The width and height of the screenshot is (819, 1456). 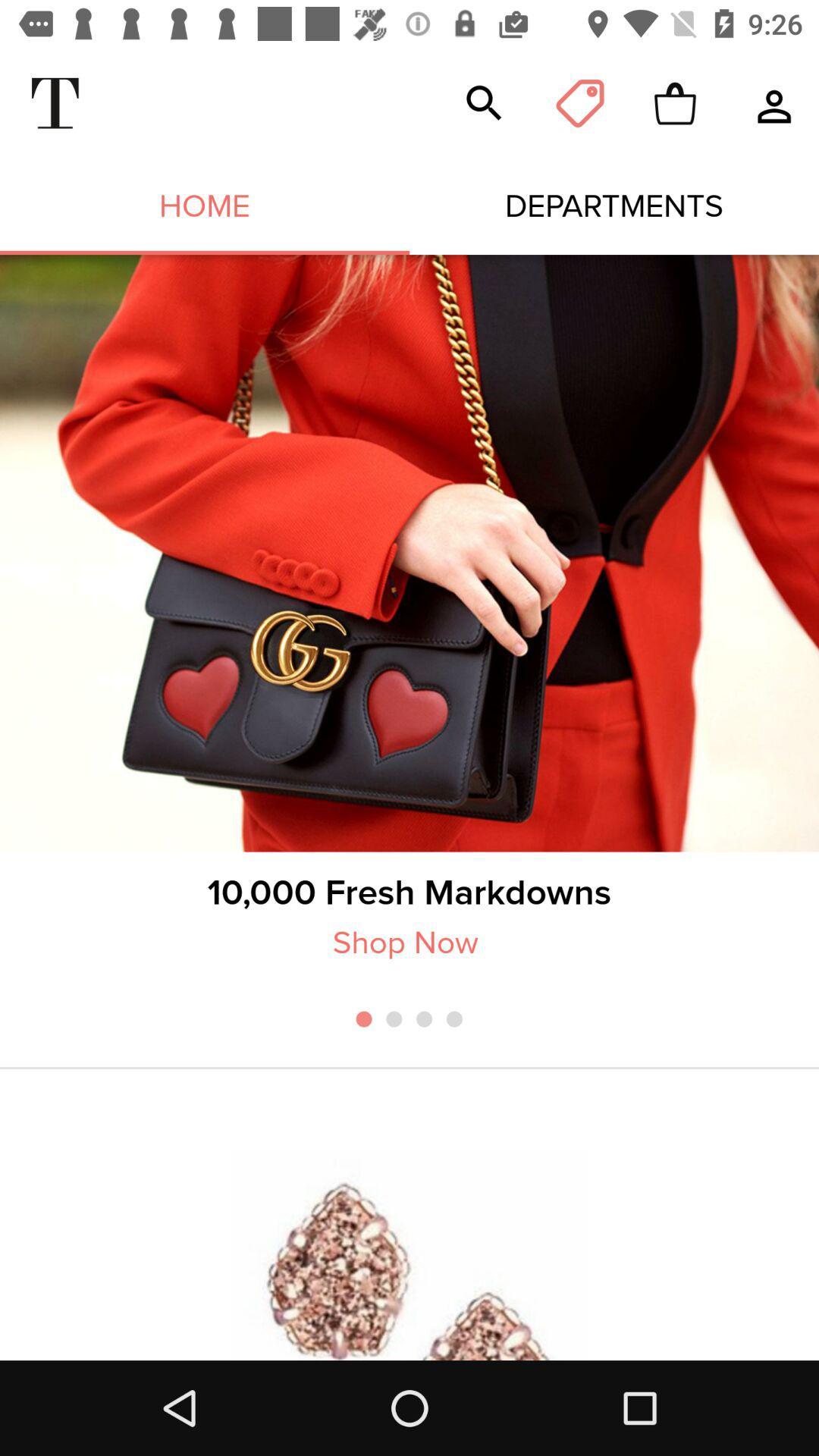 I want to click on item above departments, so click(x=579, y=102).